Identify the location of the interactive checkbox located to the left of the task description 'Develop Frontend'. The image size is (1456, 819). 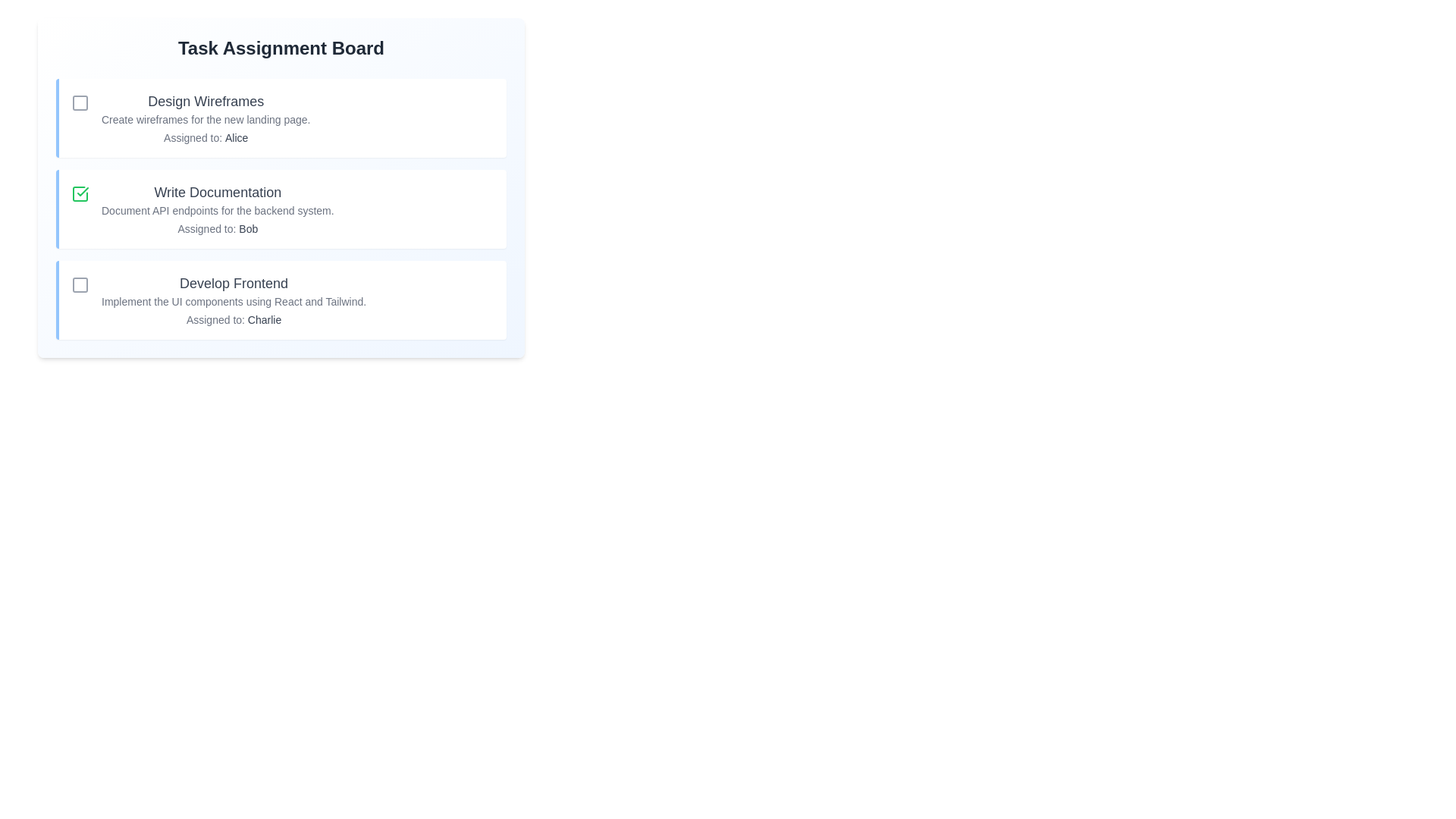
(79, 284).